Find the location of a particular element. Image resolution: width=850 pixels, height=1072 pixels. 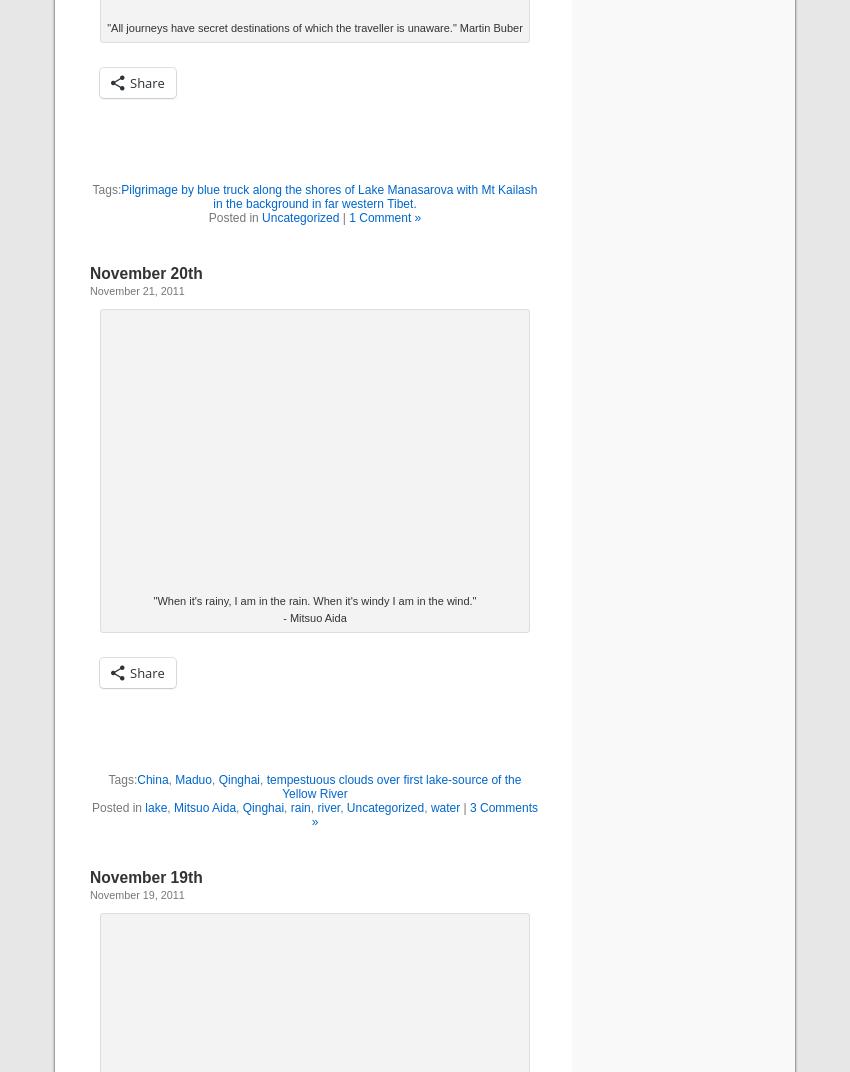

'November 21, 2011' is located at coordinates (137, 290).